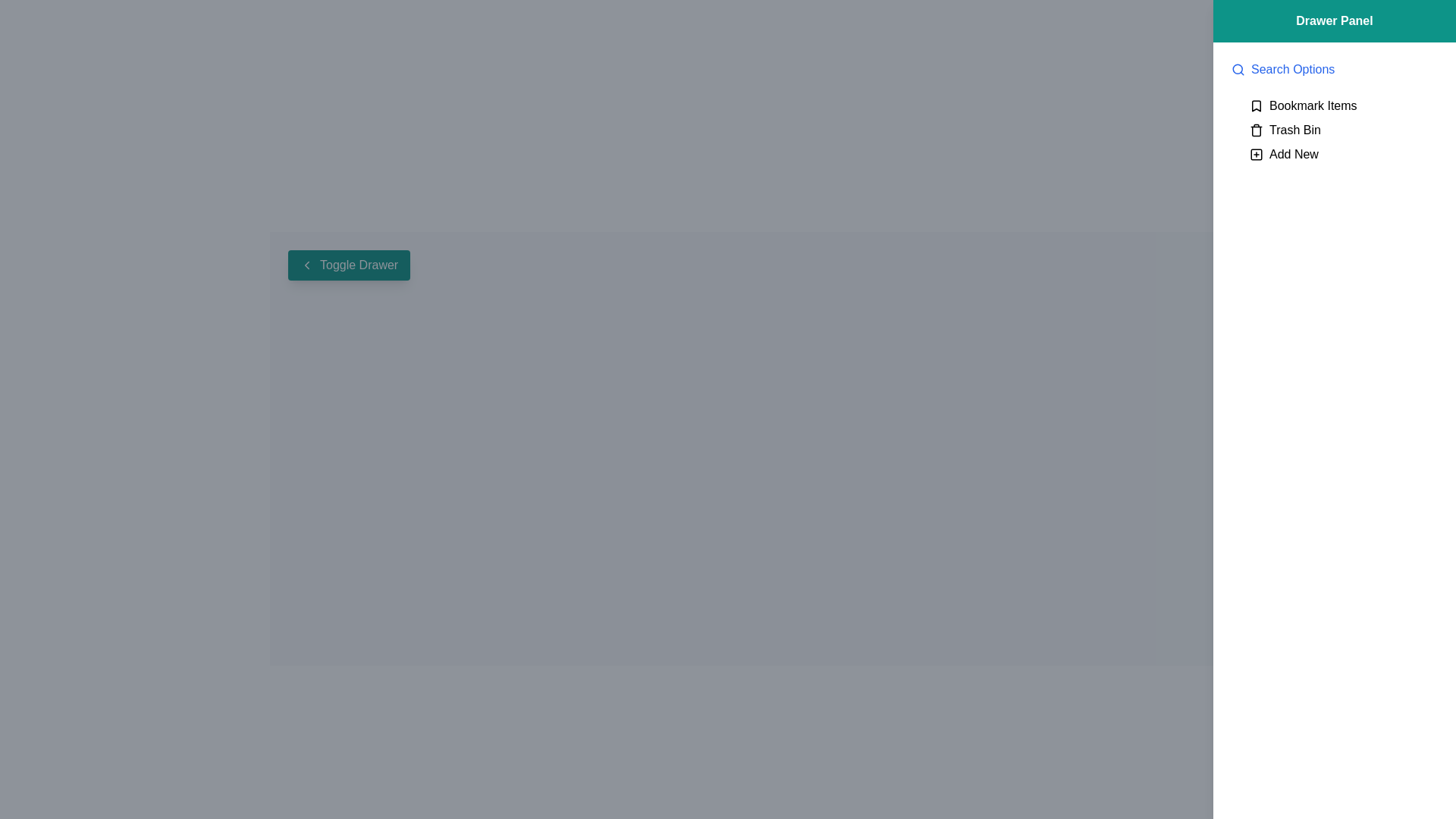  What do you see at coordinates (1238, 70) in the screenshot?
I see `the magnifying glass icon located adjacent to the 'Search Options' text in the right-hand panel of the interface` at bounding box center [1238, 70].